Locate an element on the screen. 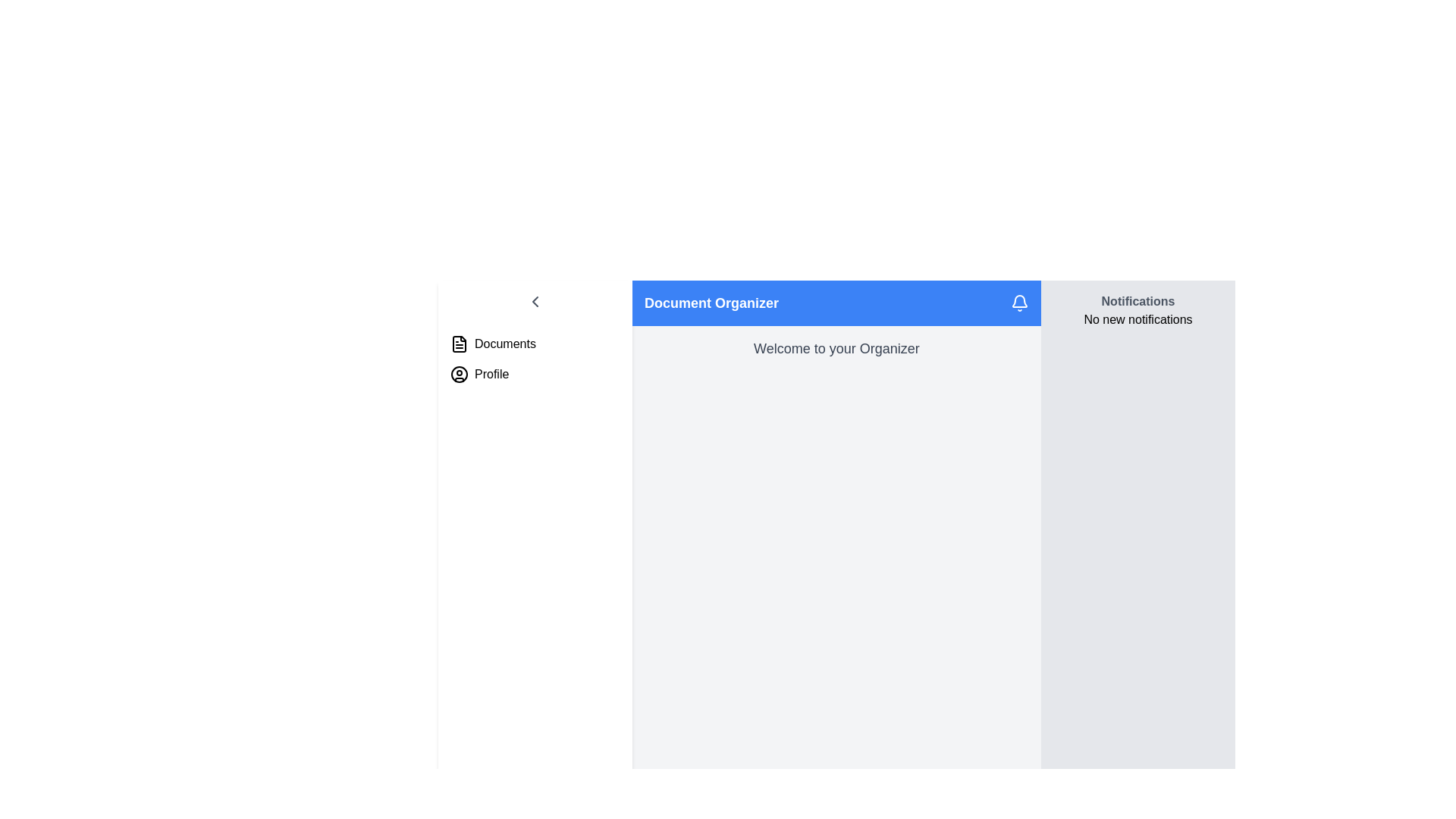 This screenshot has height=819, width=1456. the sidebar toggle button to change the sidebar visibility is located at coordinates (535, 301).